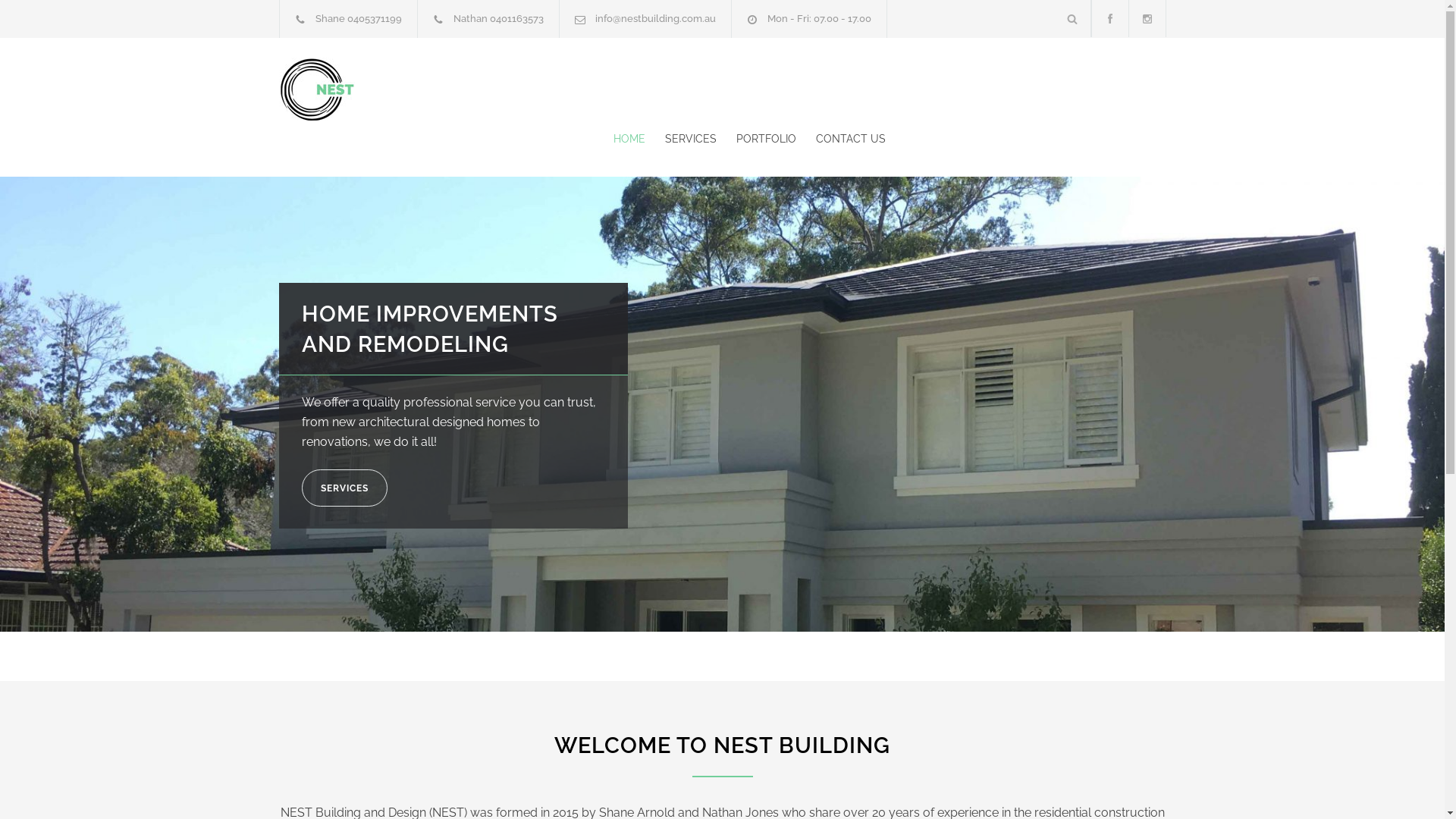  I want to click on 'Search', so click(1053, 18).